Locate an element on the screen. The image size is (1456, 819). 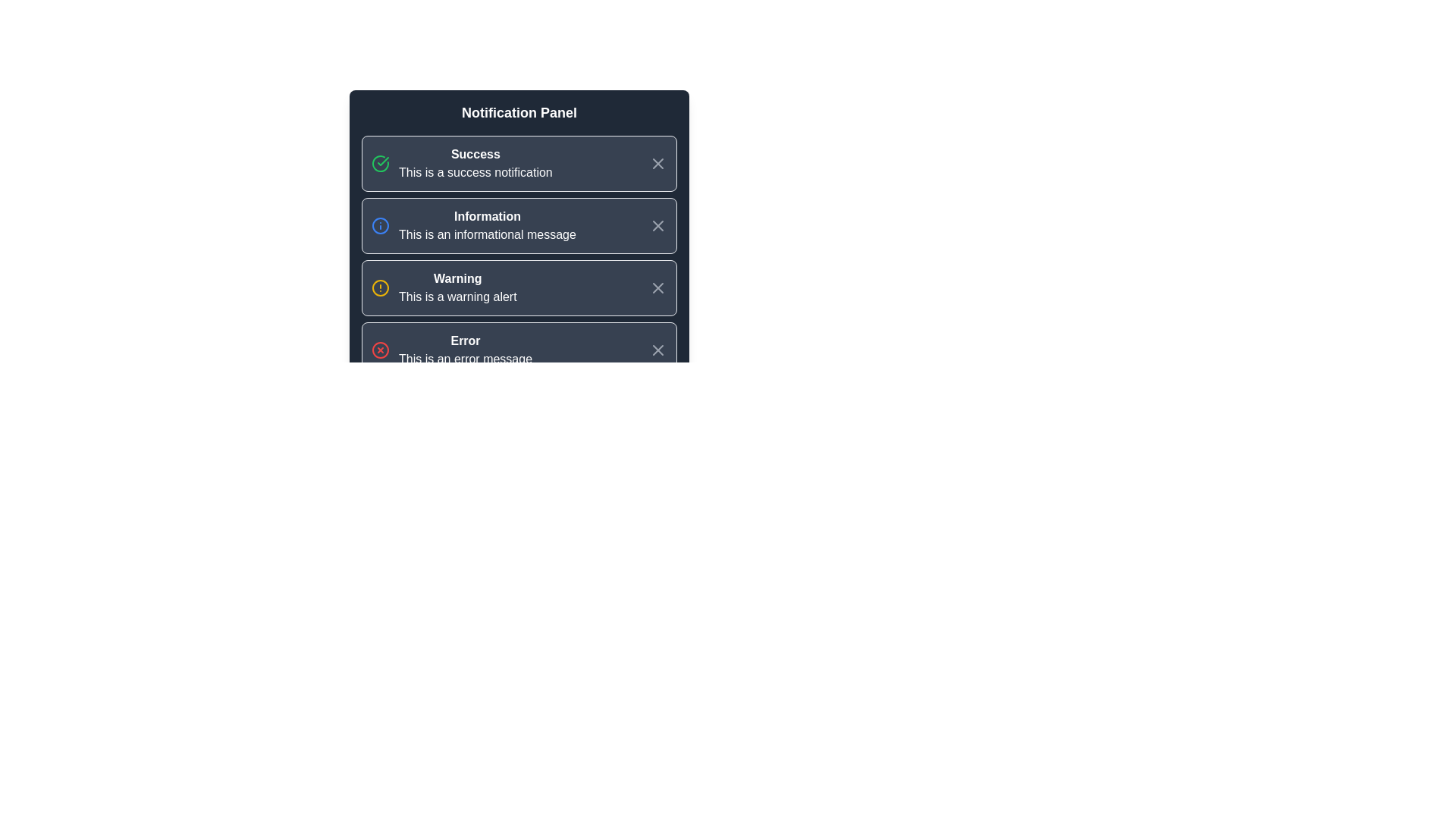
the 'Success' informational notification item, which features bolded text and a dark background, positioned at the top of the Notification Panel is located at coordinates (475, 164).